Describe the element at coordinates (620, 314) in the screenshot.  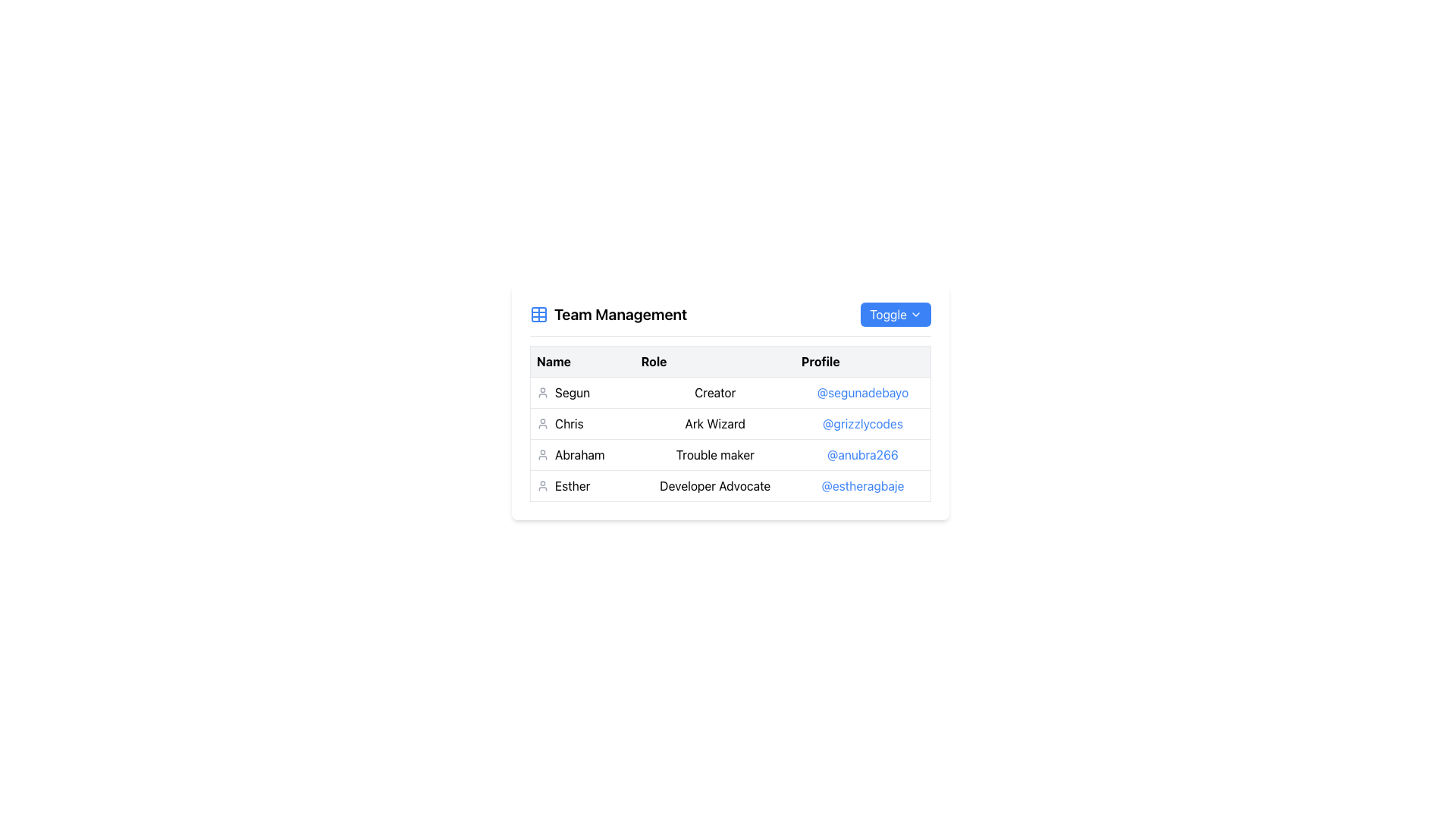
I see `the text label 'Team Management', which is a bold and large-sized header positioned to the right of a blue table icon near the top center of the interface` at that location.